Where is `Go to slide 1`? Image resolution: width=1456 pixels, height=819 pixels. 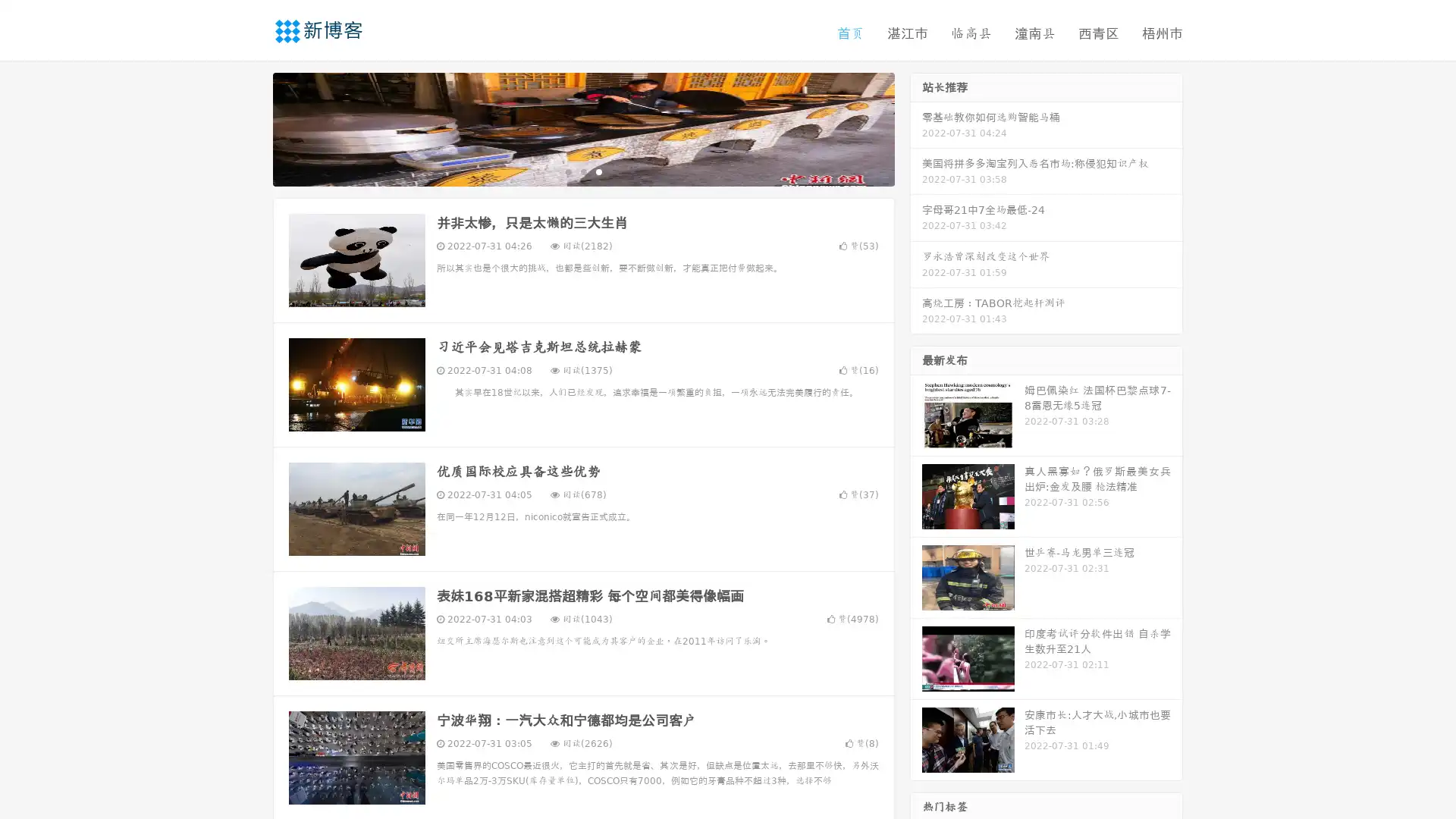
Go to slide 1 is located at coordinates (567, 171).